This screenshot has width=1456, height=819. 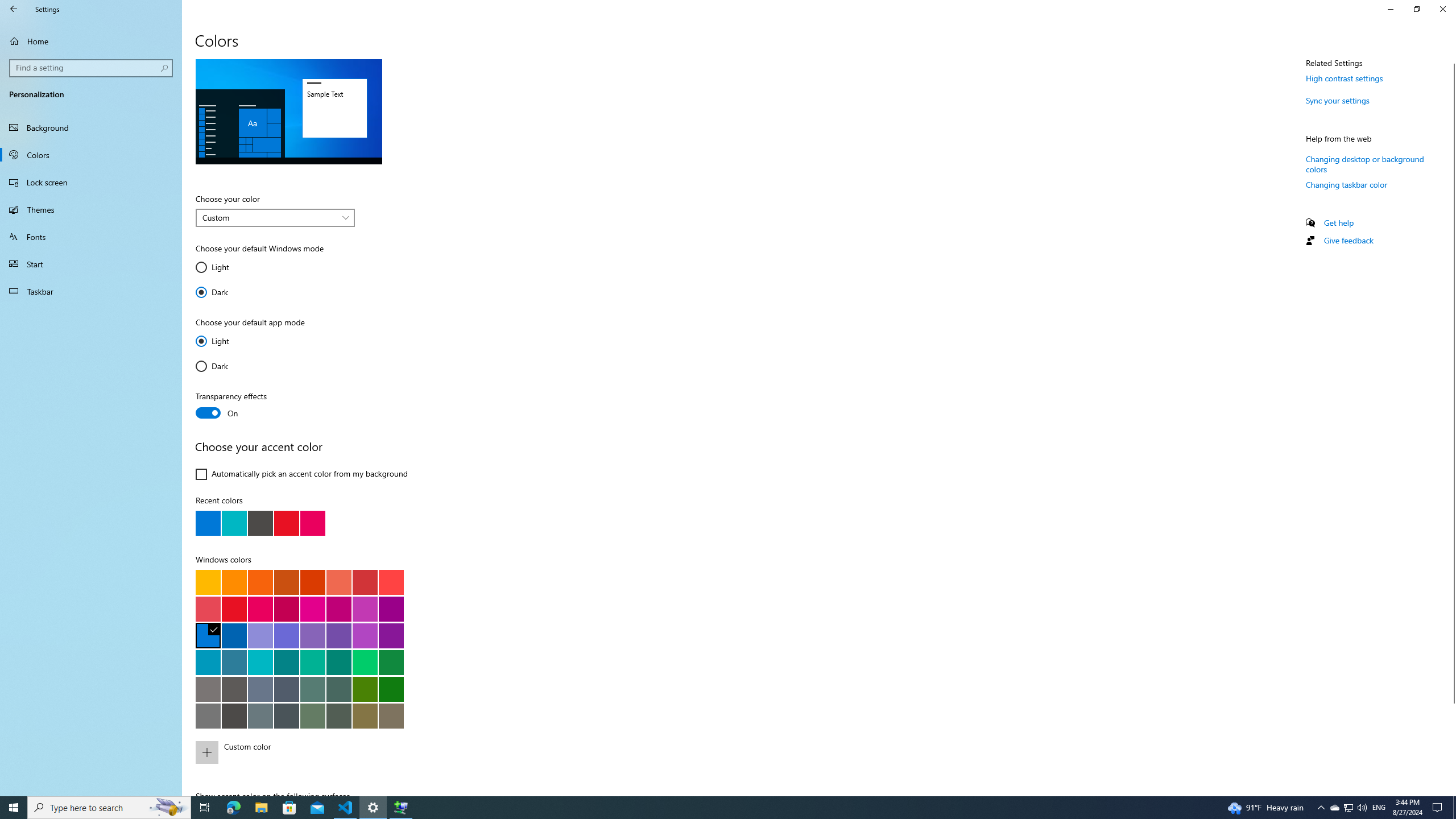 What do you see at coordinates (90, 236) in the screenshot?
I see `'Fonts'` at bounding box center [90, 236].